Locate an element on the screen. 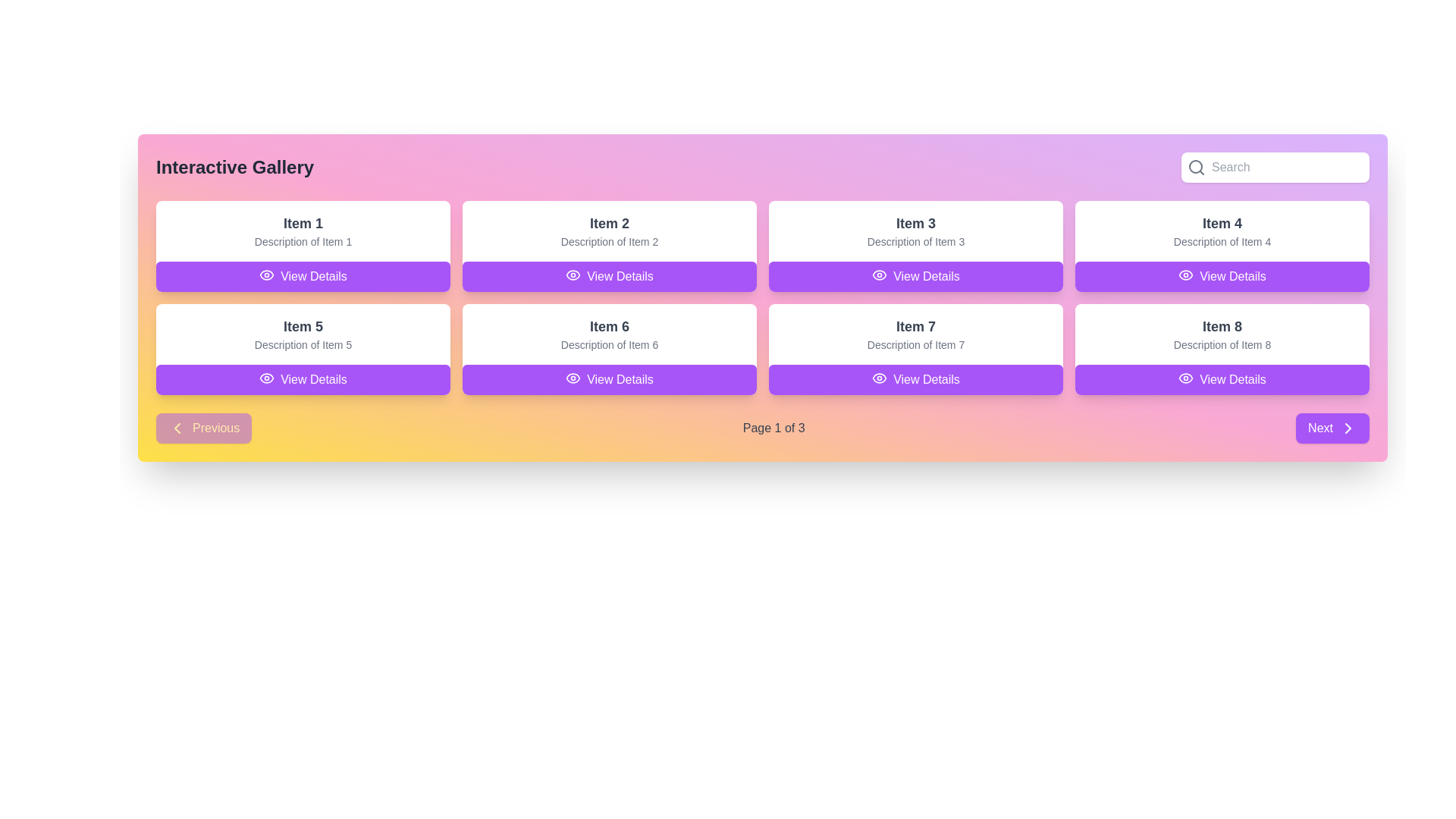 The image size is (1456, 819). the small chevron-shaped icon pointing to the right, which is located to the right of the 'Next' button at the bottom right corner of the page is located at coordinates (1348, 428).